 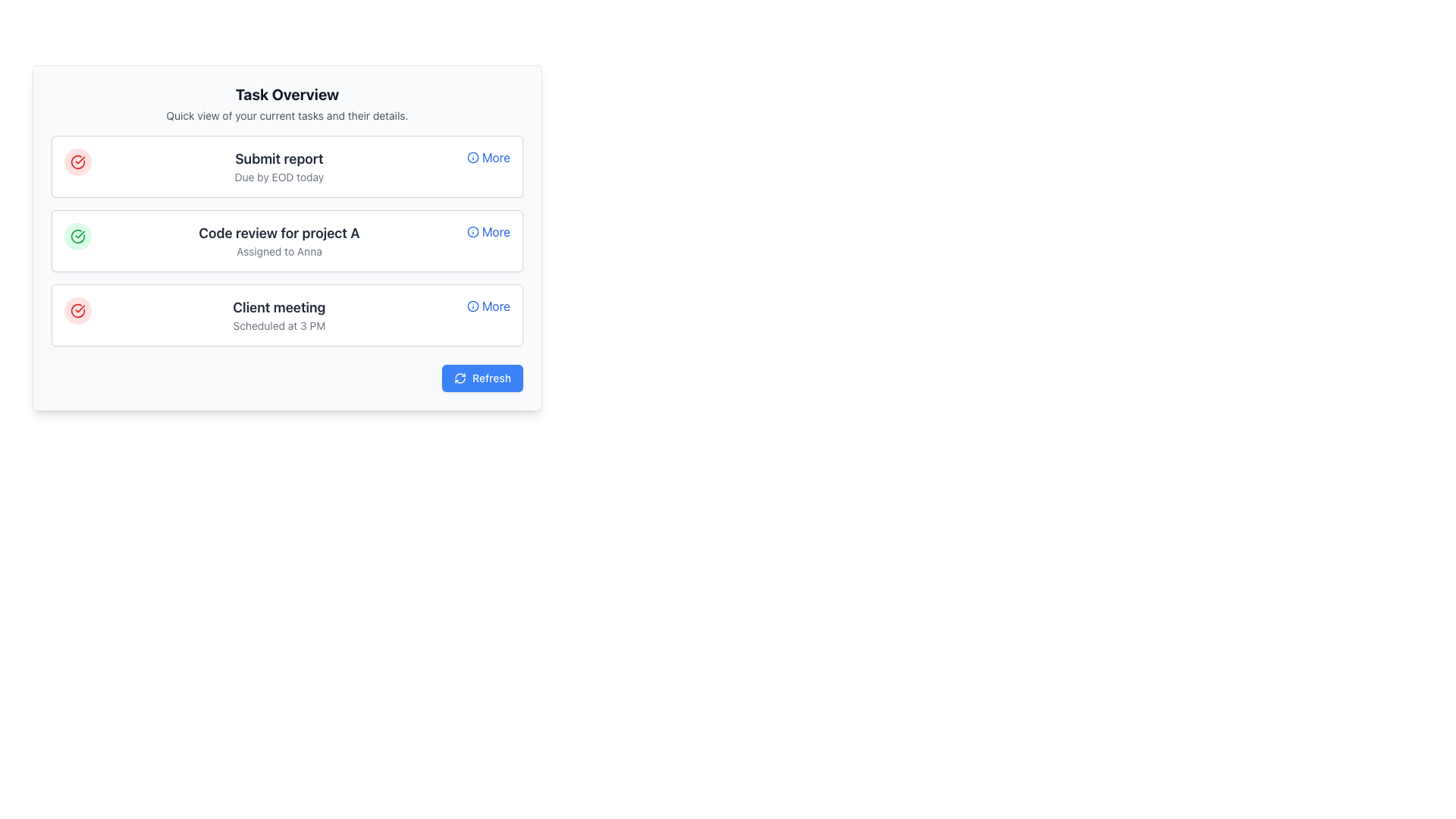 I want to click on the status indicator icon located in the second row of list items for the task titled 'Code review for project A', so click(x=77, y=237).